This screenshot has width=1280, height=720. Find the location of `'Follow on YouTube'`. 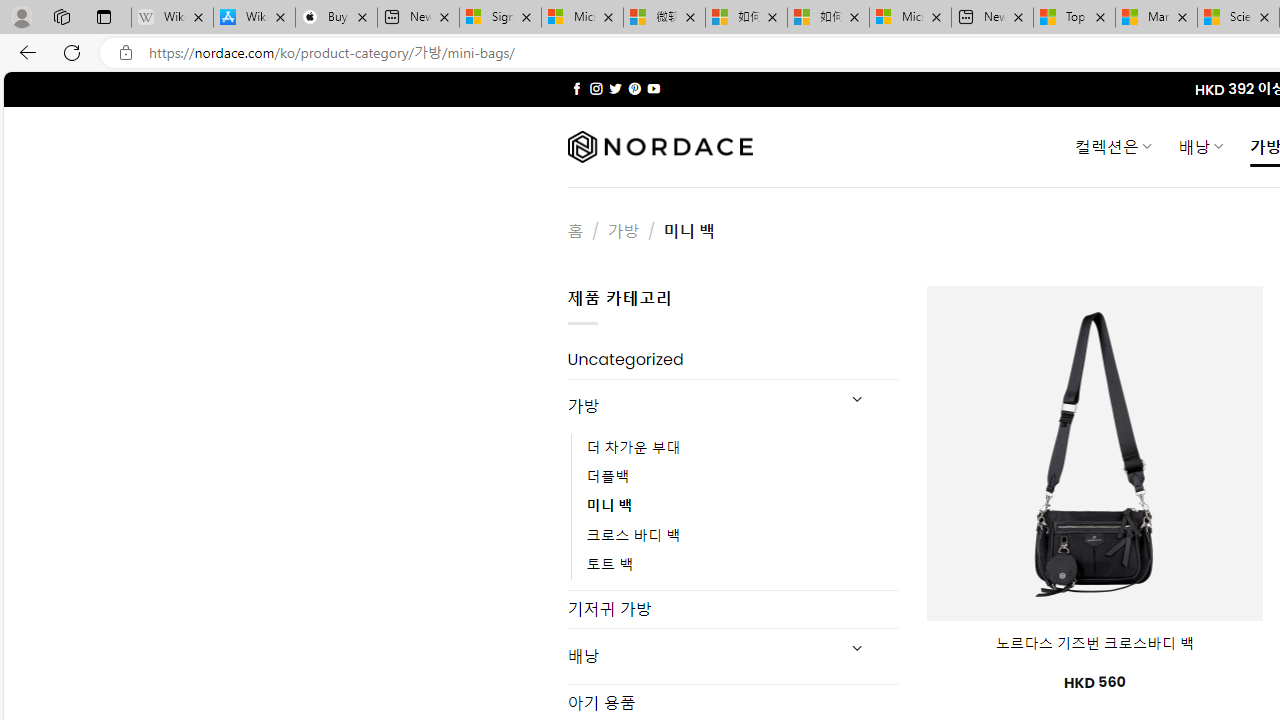

'Follow on YouTube' is located at coordinates (653, 88).